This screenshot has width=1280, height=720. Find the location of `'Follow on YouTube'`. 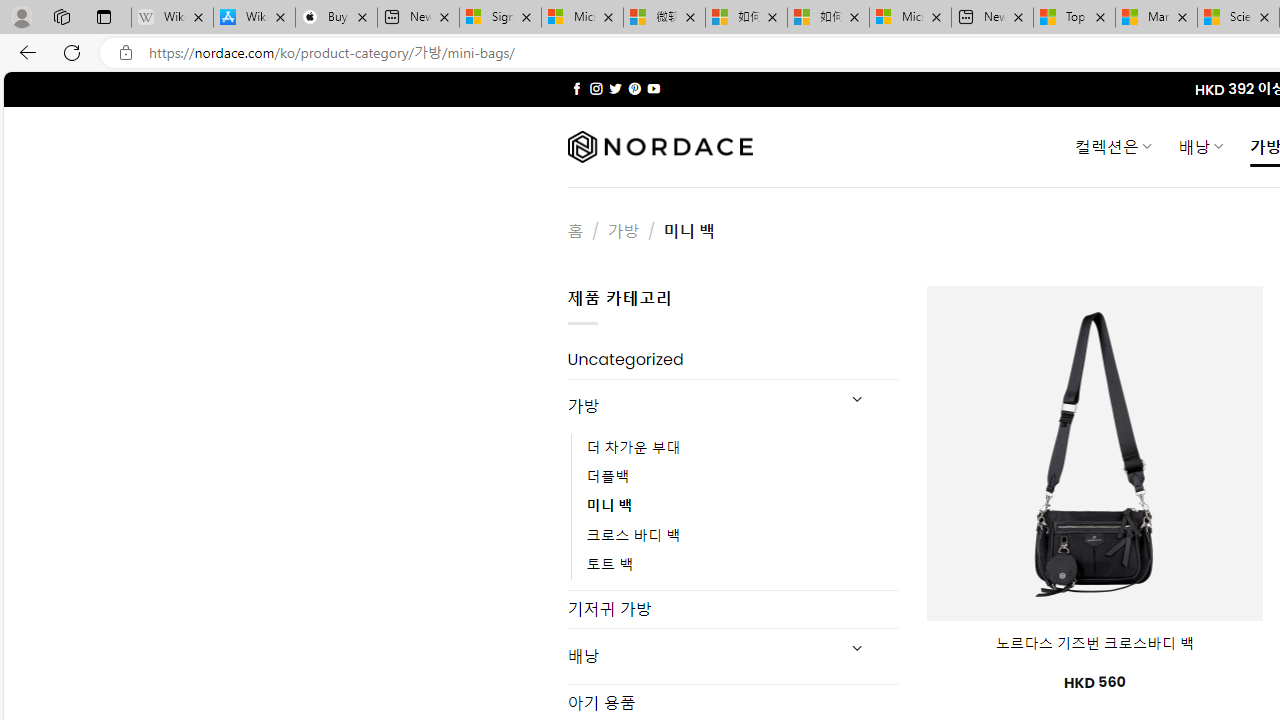

'Follow on YouTube' is located at coordinates (653, 88).